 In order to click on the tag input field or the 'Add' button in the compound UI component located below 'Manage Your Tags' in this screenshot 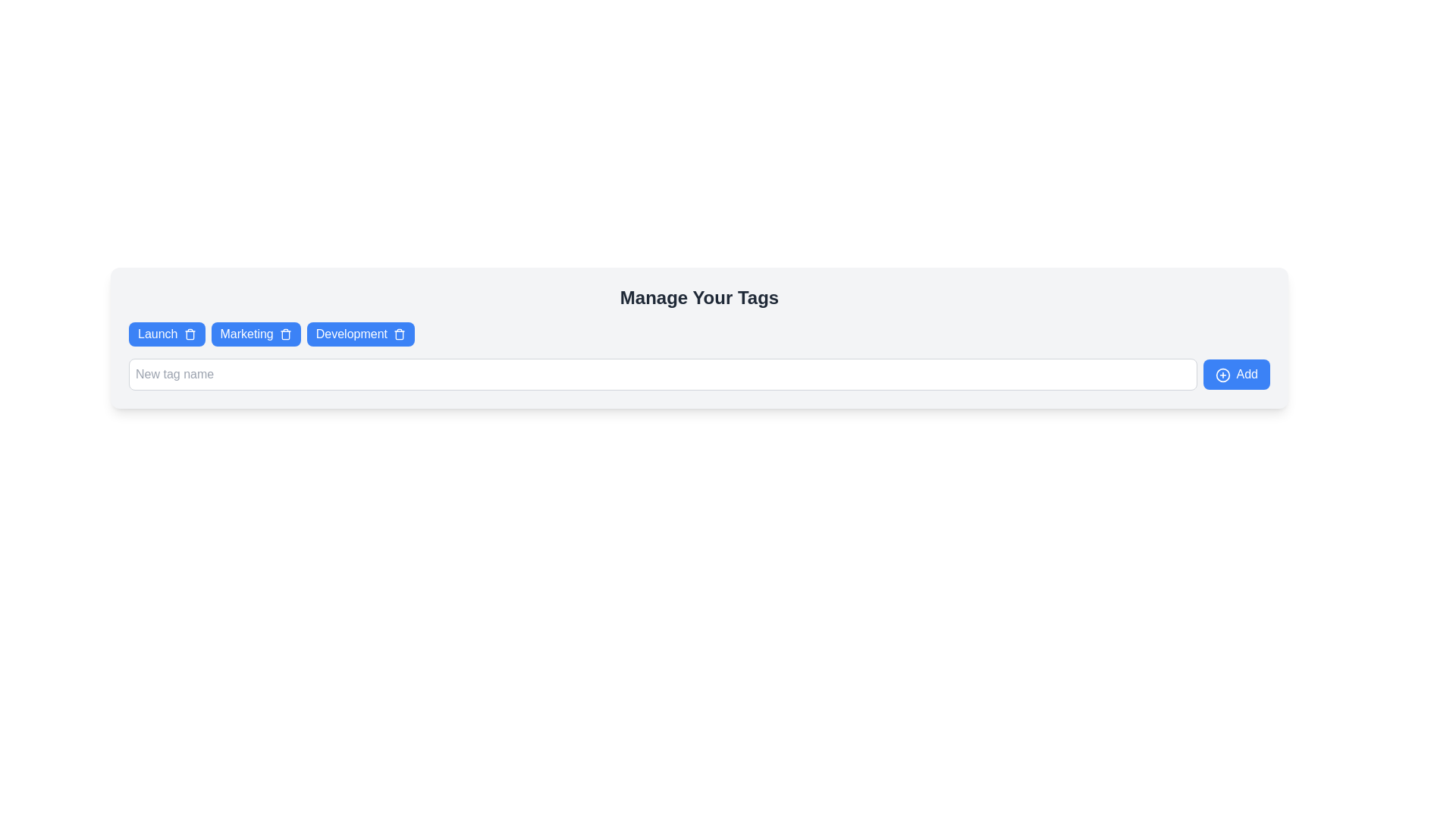, I will do `click(698, 374)`.